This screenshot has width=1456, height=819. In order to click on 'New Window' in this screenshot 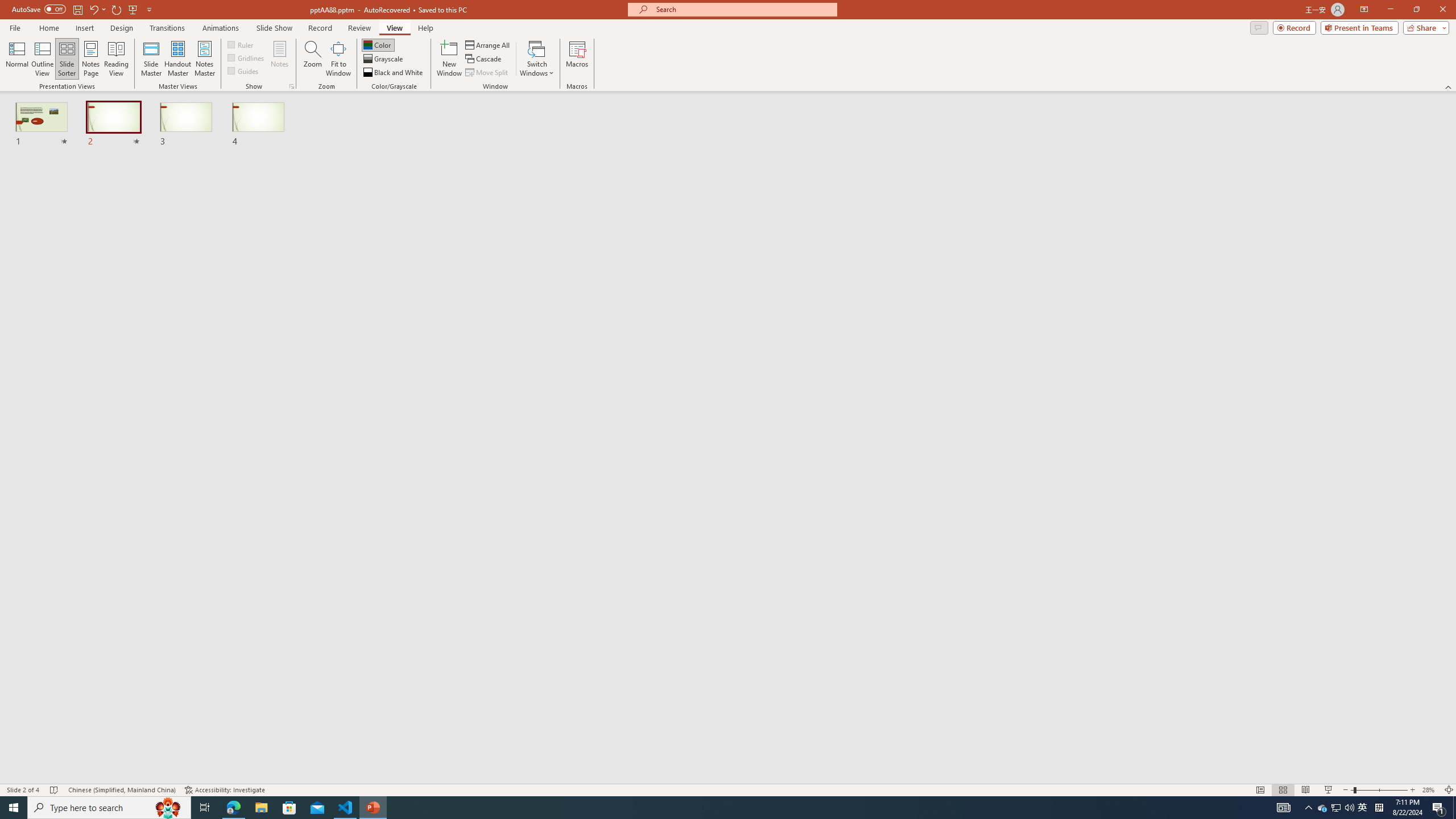, I will do `click(448, 59)`.